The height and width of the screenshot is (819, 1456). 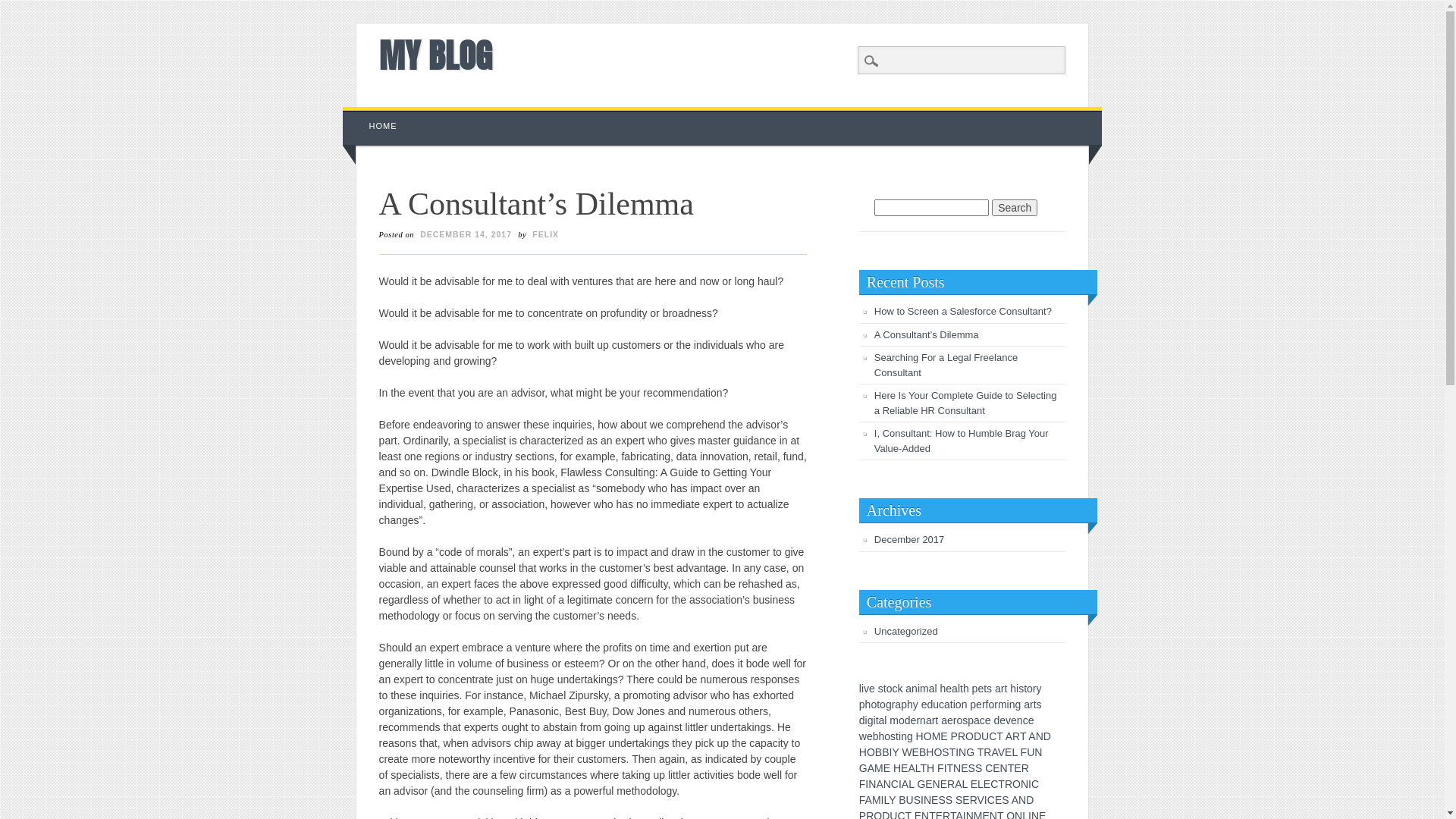 I want to click on 'h', so click(x=881, y=736).